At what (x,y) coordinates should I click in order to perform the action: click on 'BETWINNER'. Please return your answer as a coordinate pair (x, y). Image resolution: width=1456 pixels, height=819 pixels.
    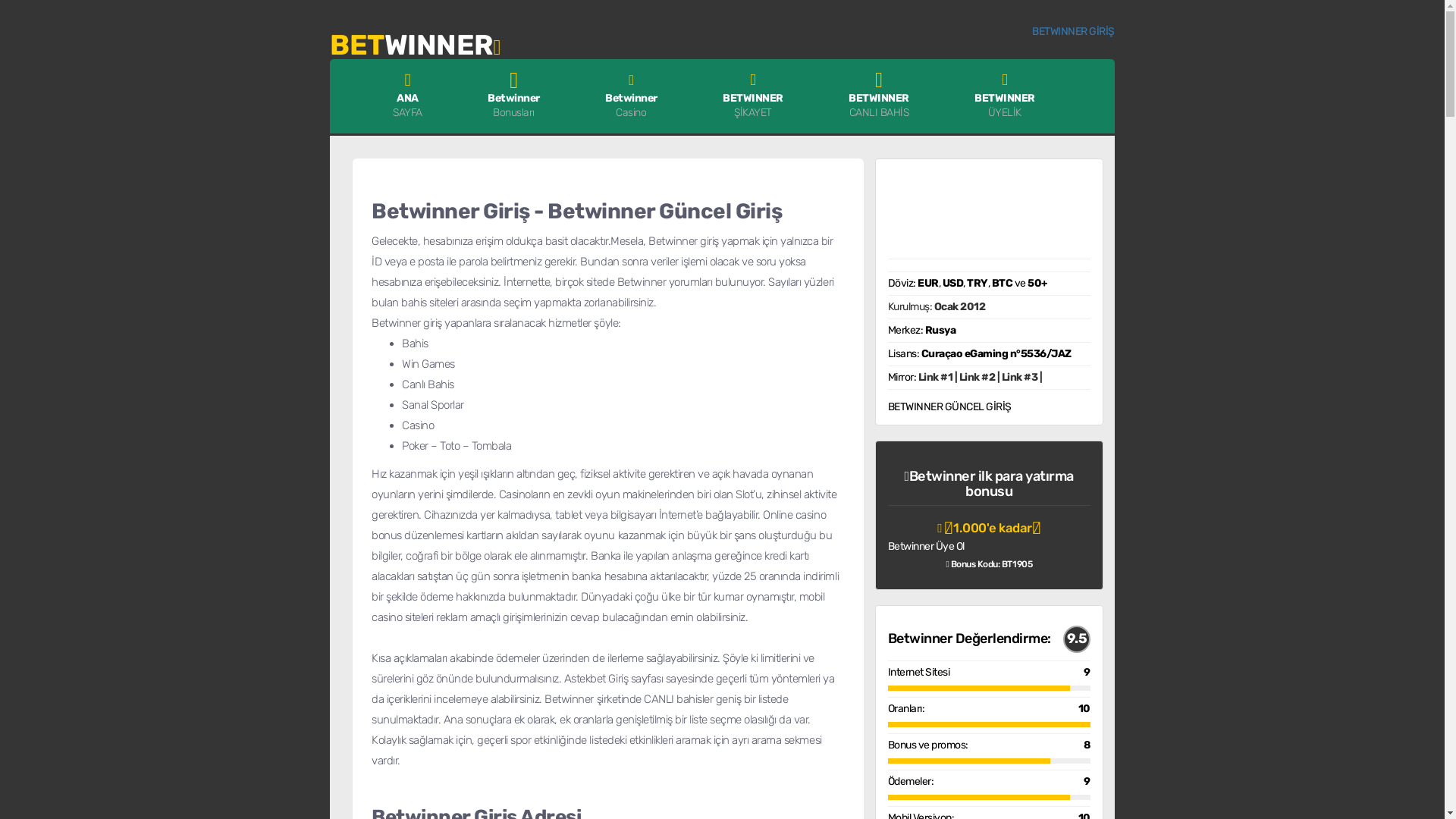
    Looking at the image, I should click on (415, 40).